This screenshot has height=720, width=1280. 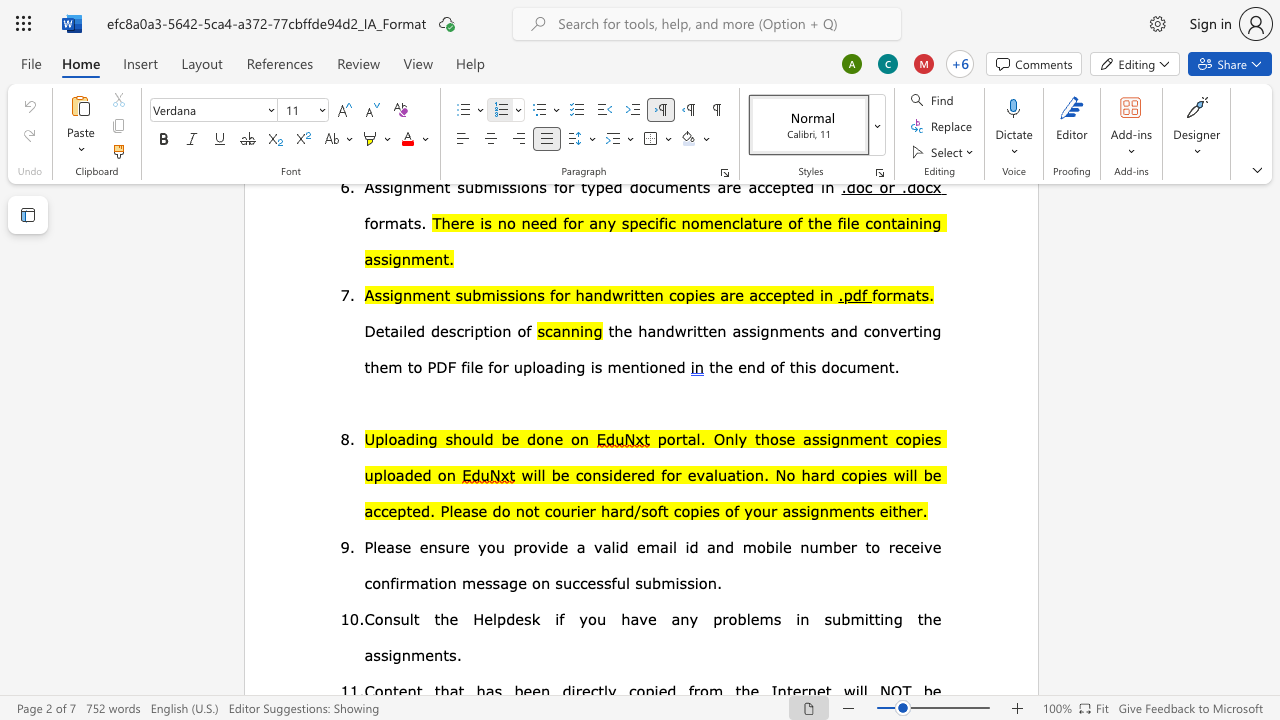 What do you see at coordinates (389, 437) in the screenshot?
I see `the space between the continuous character "l" and "o" in the text` at bounding box center [389, 437].